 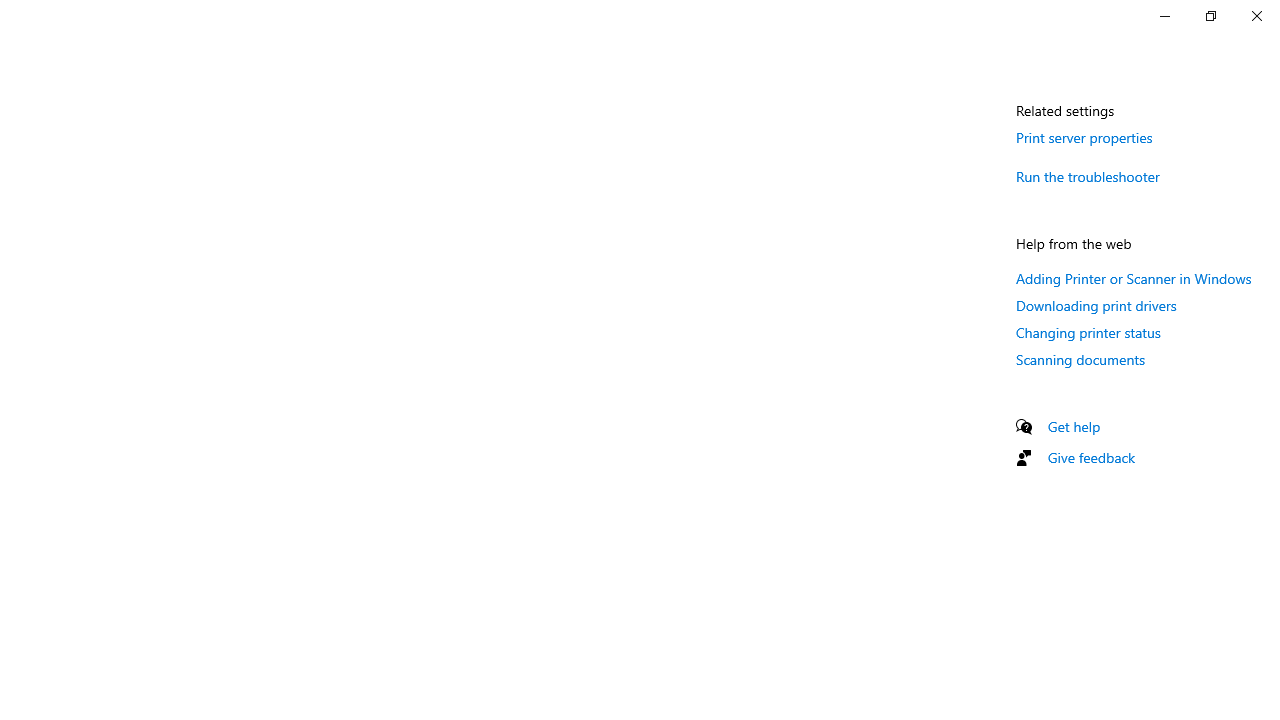 I want to click on 'Changing printer status', so click(x=1087, y=331).